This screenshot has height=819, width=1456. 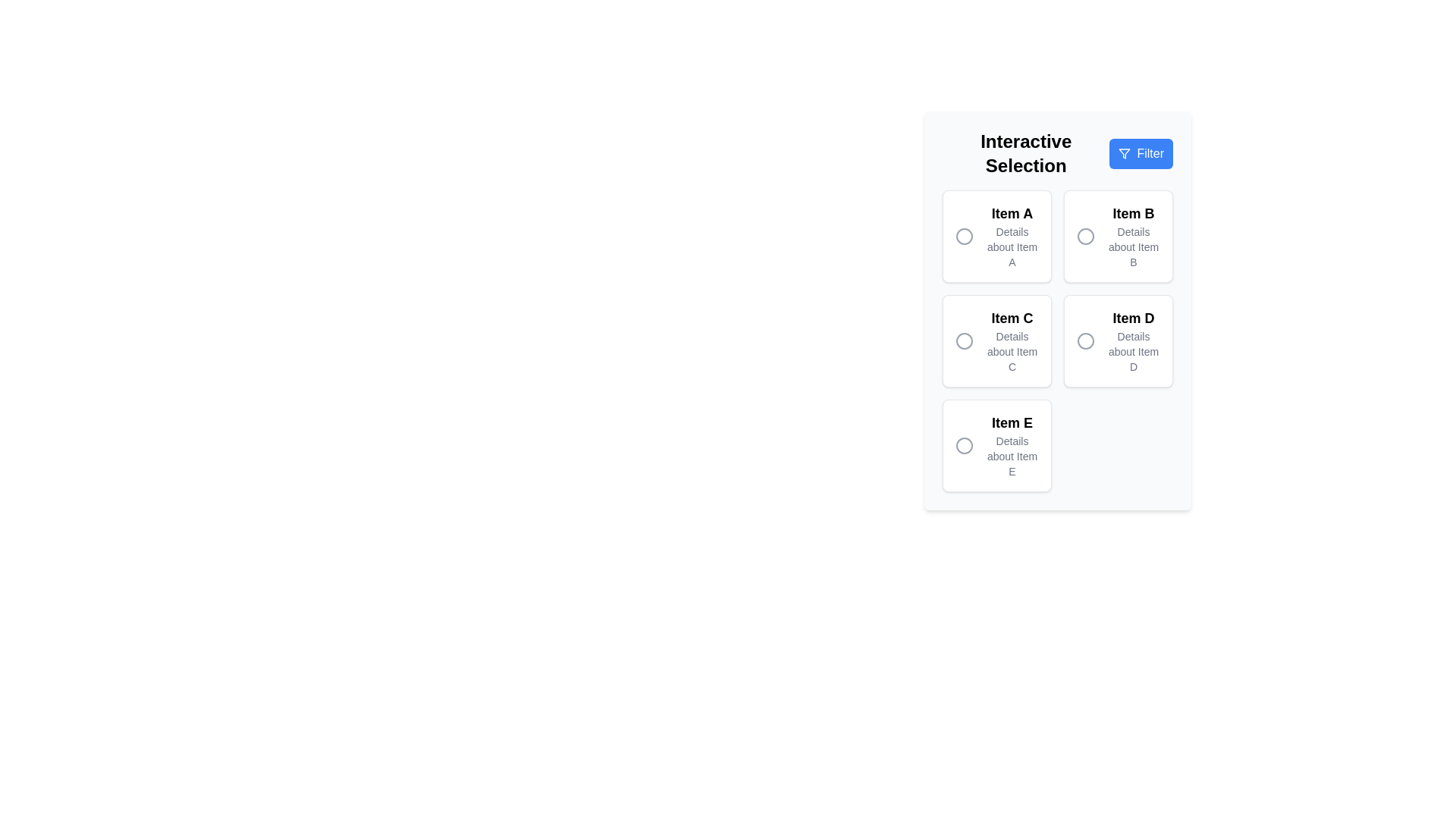 I want to click on the gray circular radio button located within the 'Item E' card, so click(x=964, y=444).